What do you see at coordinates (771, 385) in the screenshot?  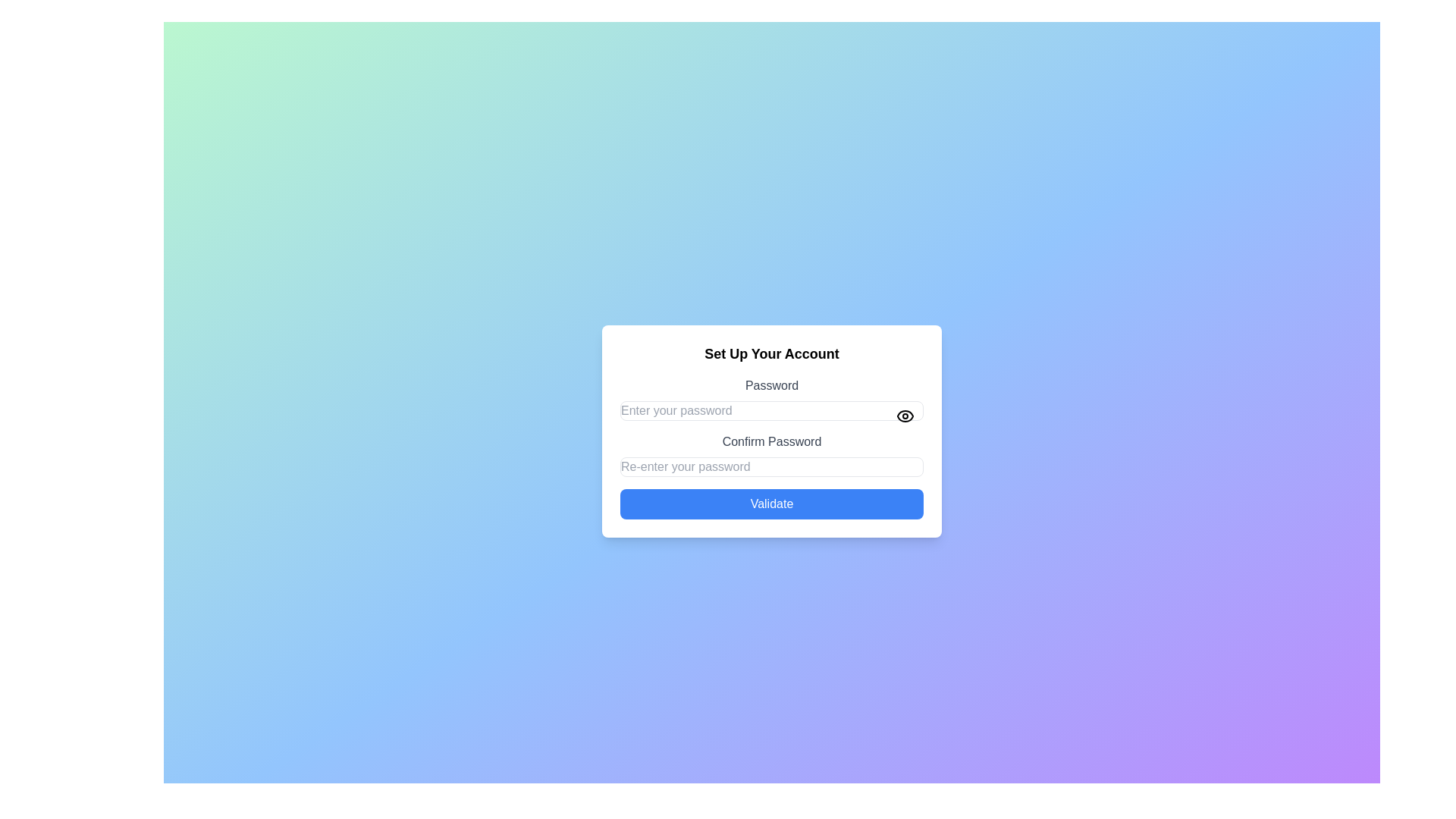 I see `the 'Password' text label, which is styled in gray color and positioned above the password input field` at bounding box center [771, 385].